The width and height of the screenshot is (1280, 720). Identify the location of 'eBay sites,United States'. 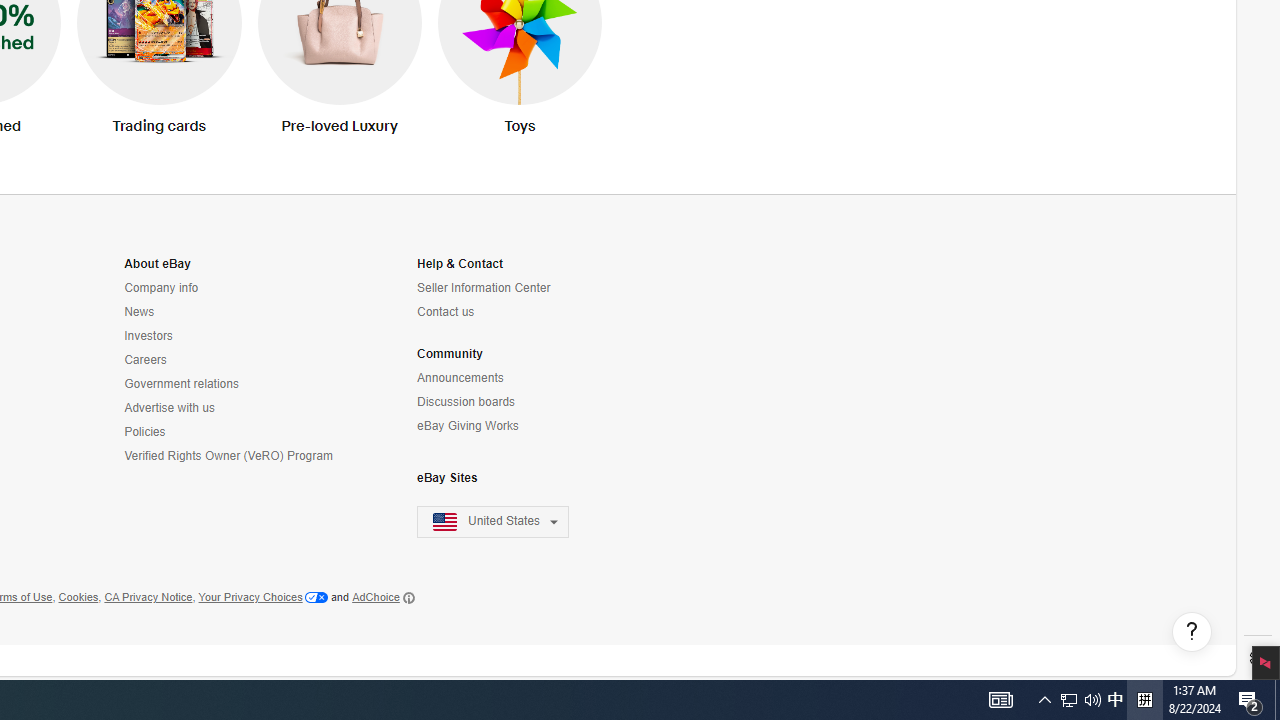
(493, 521).